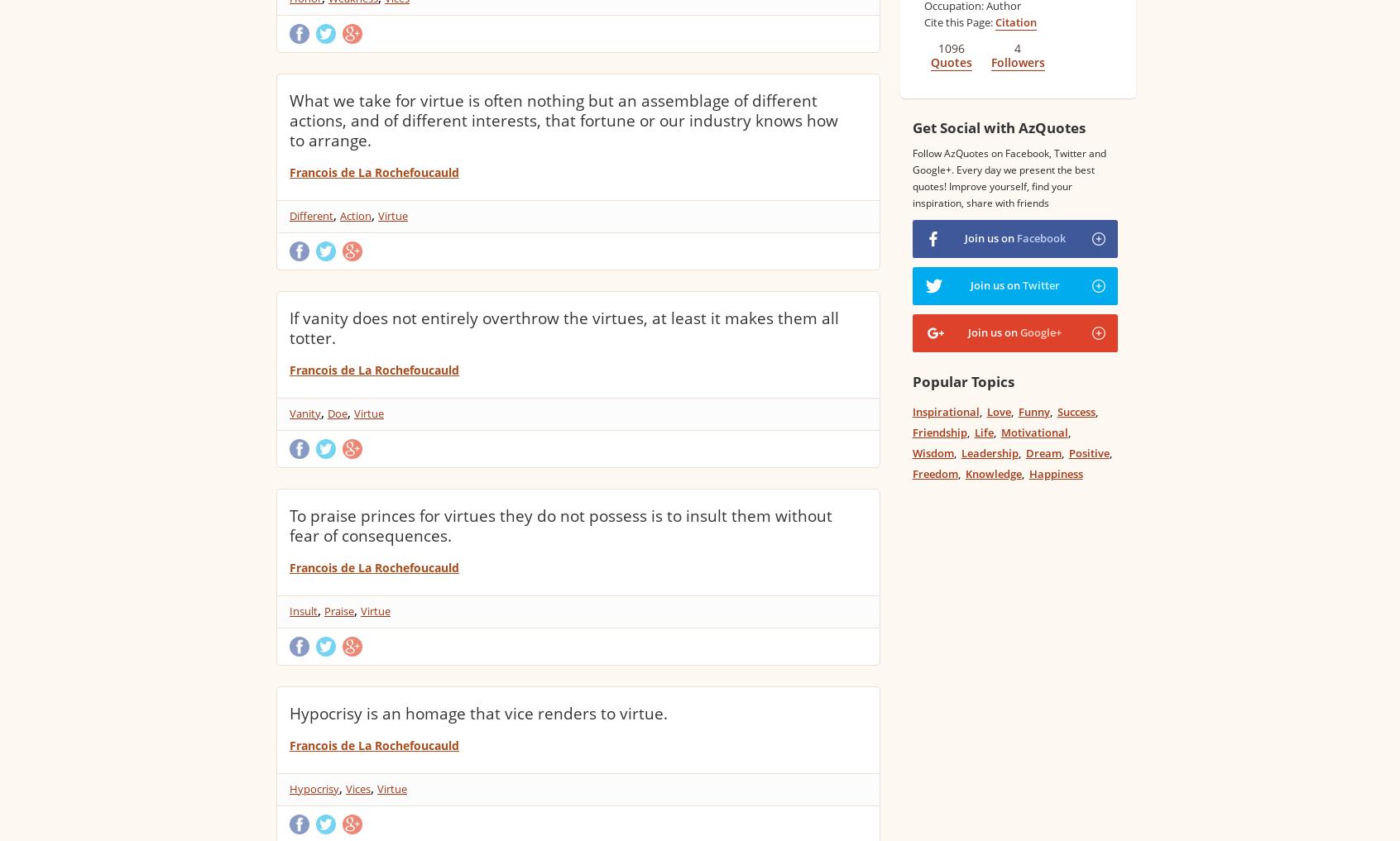 The height and width of the screenshot is (841, 1400). Describe the element at coordinates (1019, 332) in the screenshot. I see `'Google+'` at that location.